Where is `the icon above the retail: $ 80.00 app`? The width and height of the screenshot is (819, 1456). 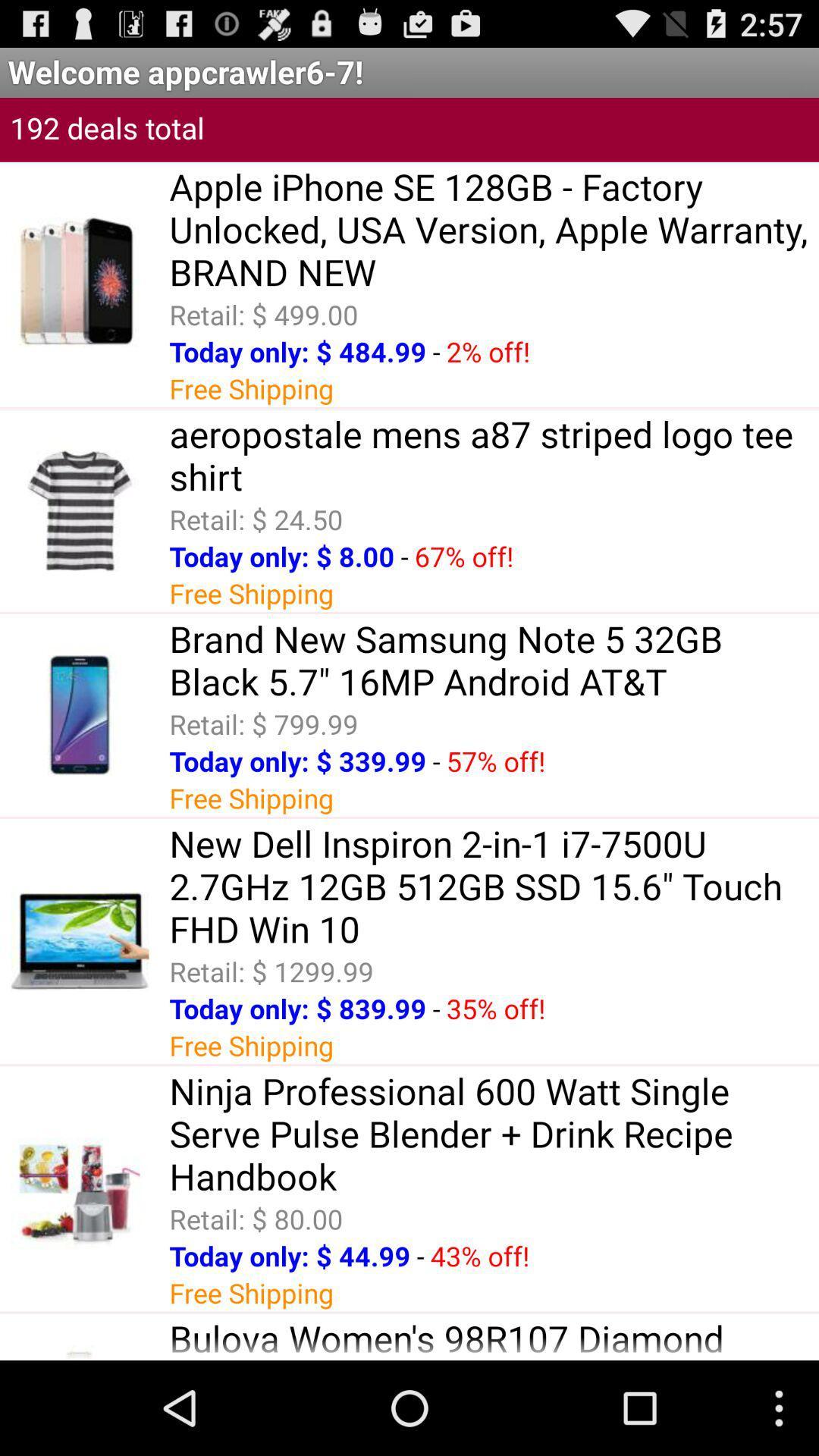
the icon above the retail: $ 80.00 app is located at coordinates (494, 1133).